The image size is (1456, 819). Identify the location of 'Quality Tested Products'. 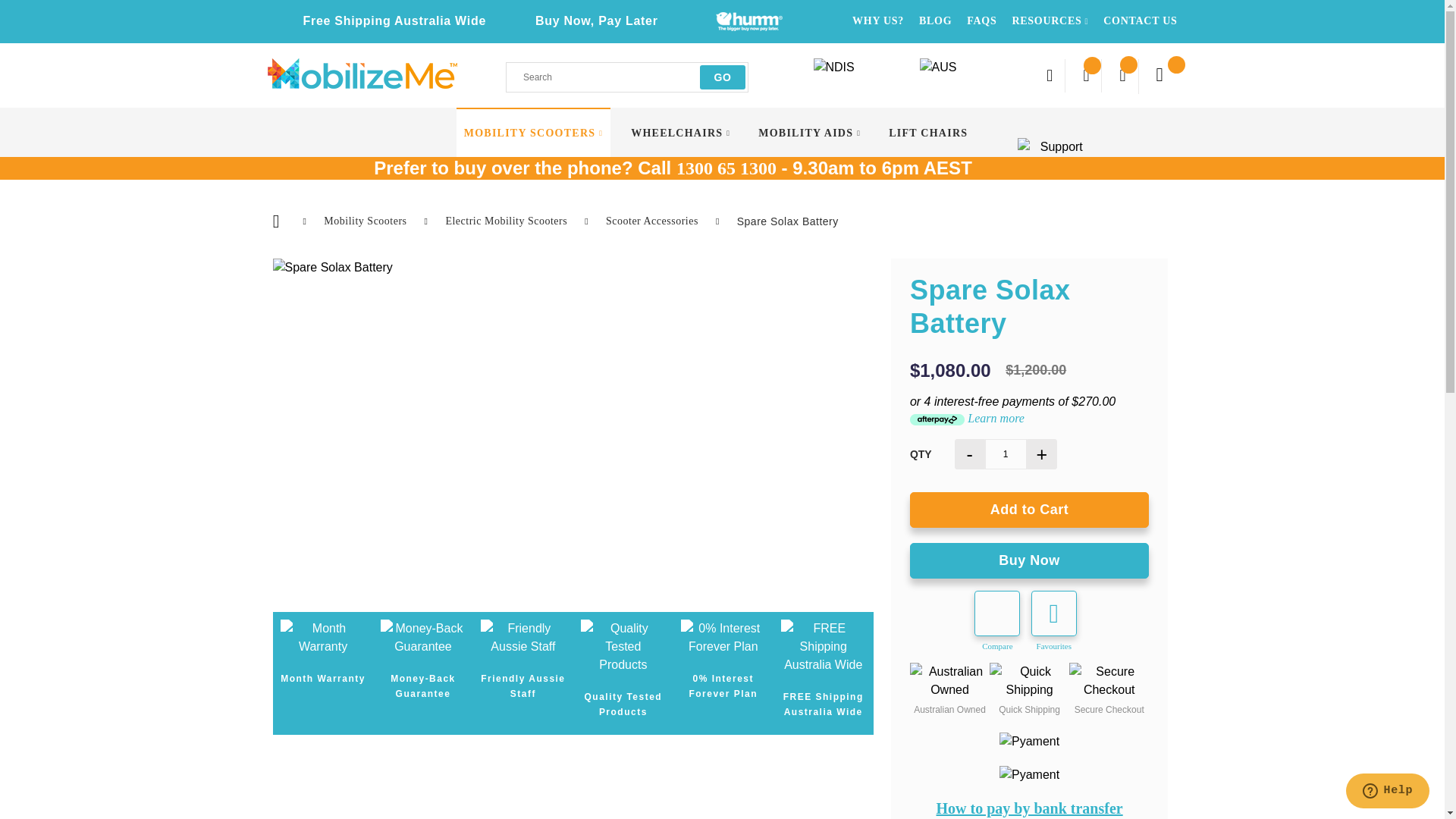
(580, 646).